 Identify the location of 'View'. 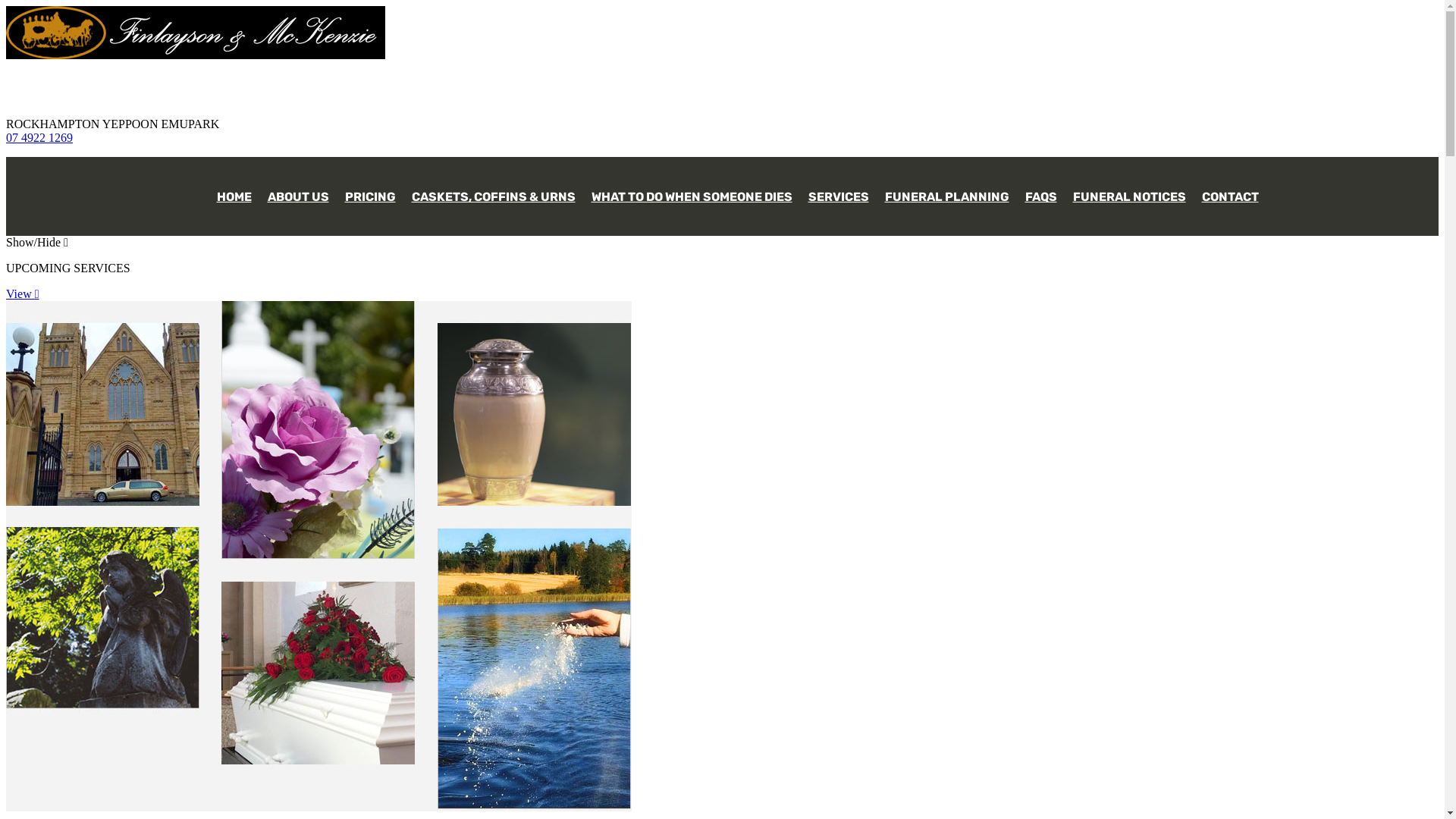
(6, 293).